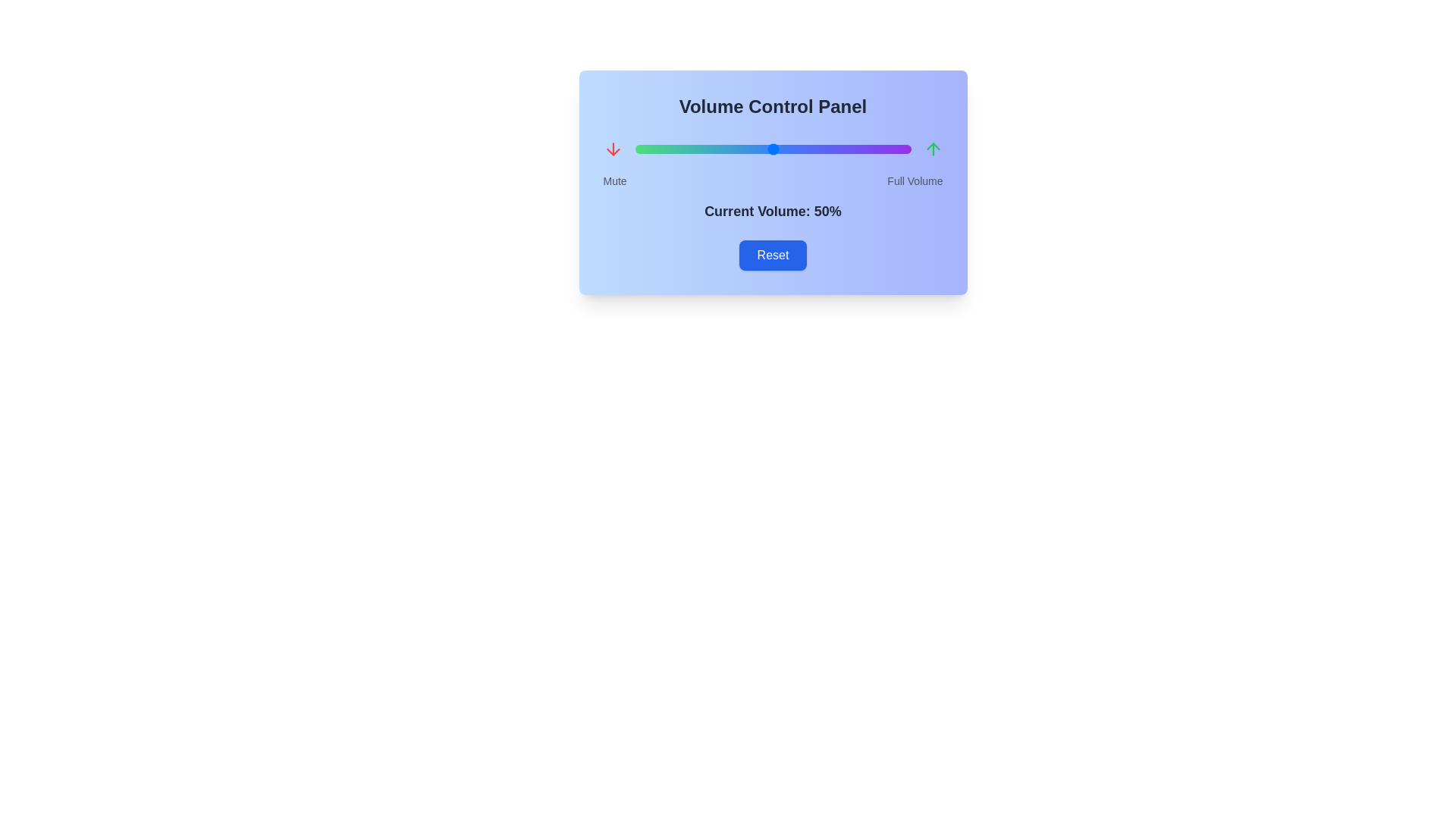 The image size is (1456, 819). What do you see at coordinates (897, 149) in the screenshot?
I see `the volume slider to set the volume to 95%` at bounding box center [897, 149].